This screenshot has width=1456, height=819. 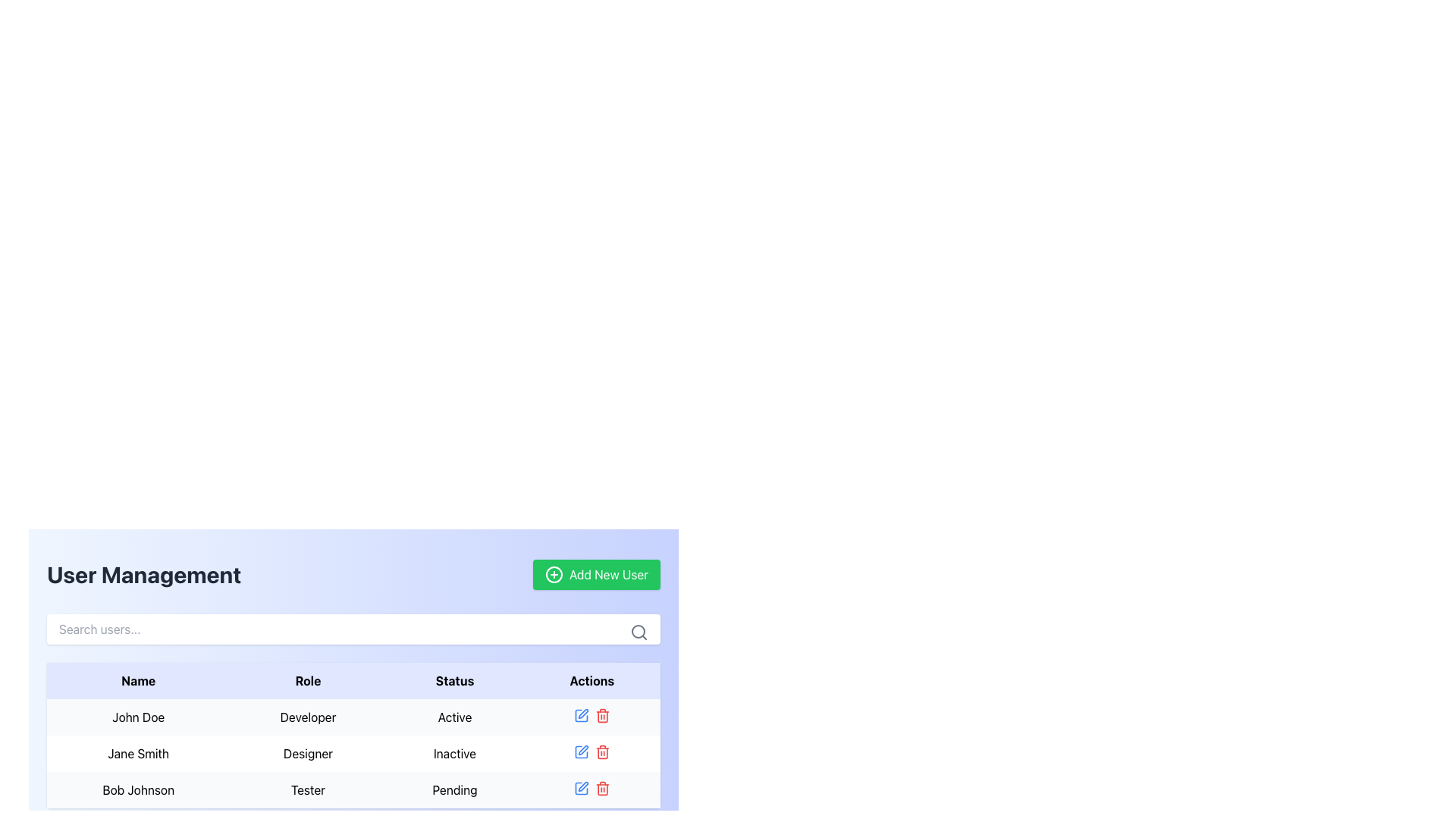 What do you see at coordinates (353, 734) in the screenshot?
I see `the user details by interacting with the first data row in the user management table, which displays the user's name, role, and status` at bounding box center [353, 734].